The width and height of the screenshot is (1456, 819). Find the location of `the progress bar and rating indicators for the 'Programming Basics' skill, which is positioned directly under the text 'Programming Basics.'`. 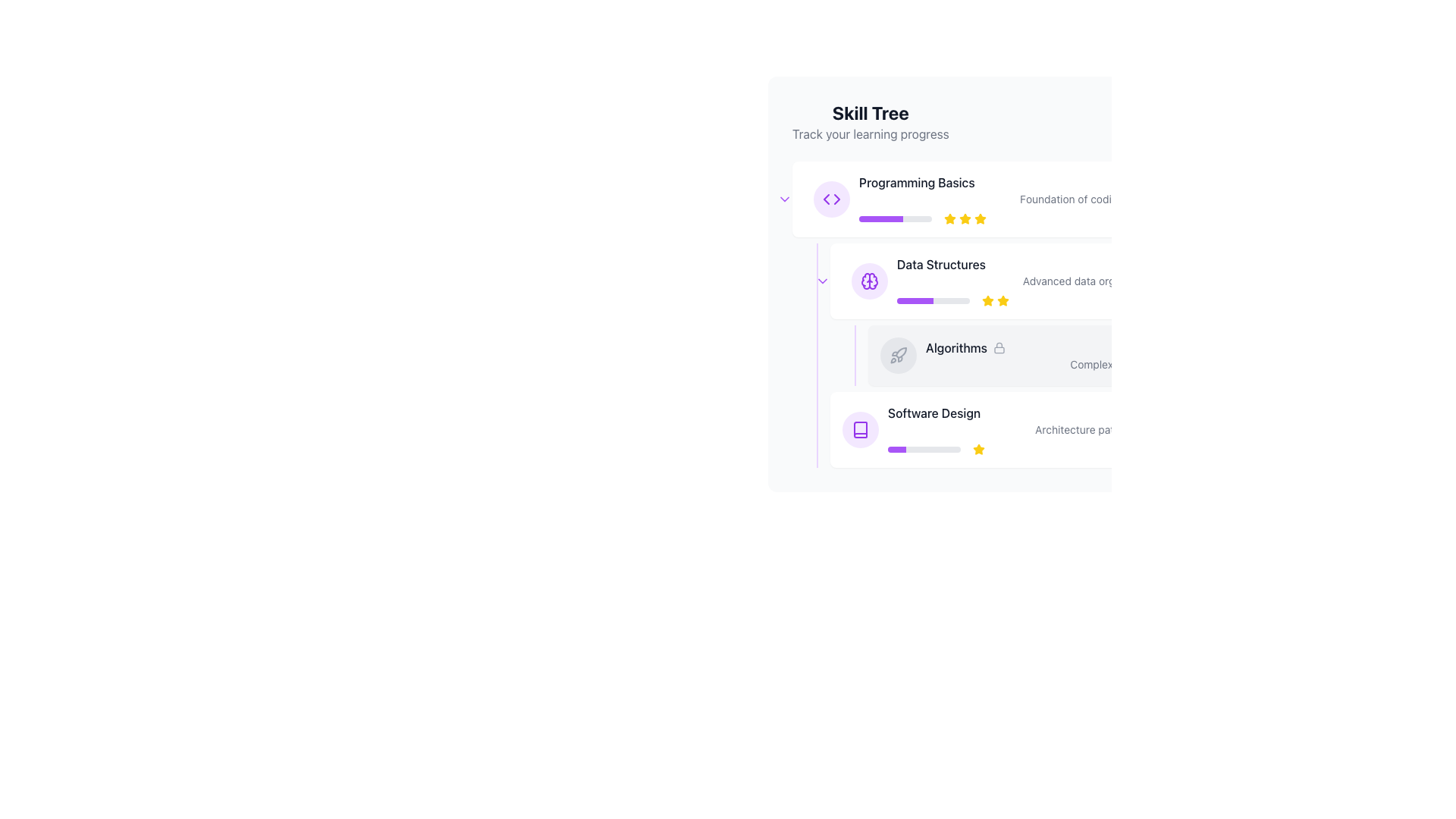

the progress bar and rating indicators for the 'Programming Basics' skill, which is positioned directly under the text 'Programming Basics.' is located at coordinates (1071, 219).